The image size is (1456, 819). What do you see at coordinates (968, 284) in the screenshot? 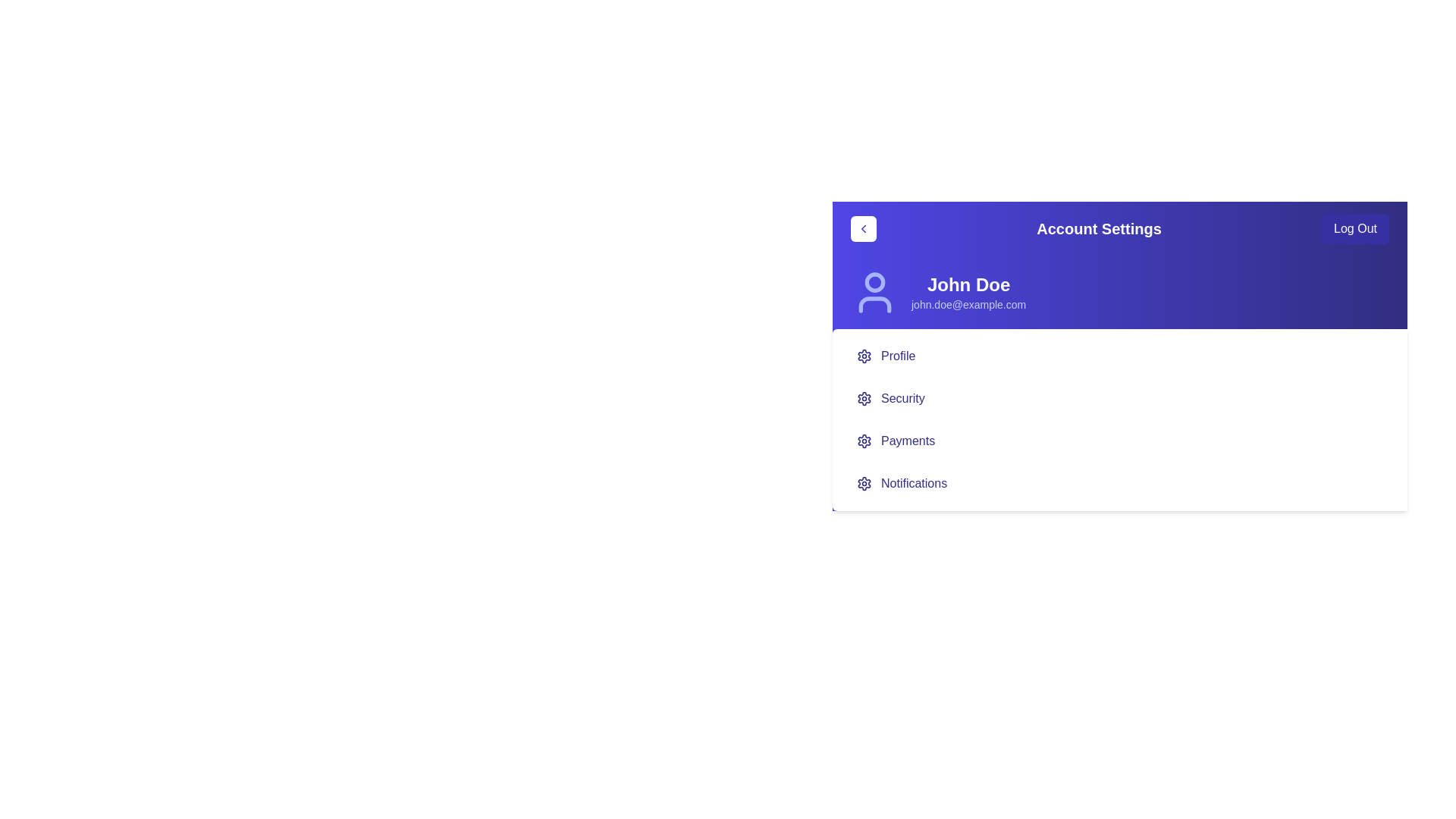
I see `the text label displaying 'John Doe', which is a large, bold font element located above the email address in the account settings interface` at bounding box center [968, 284].